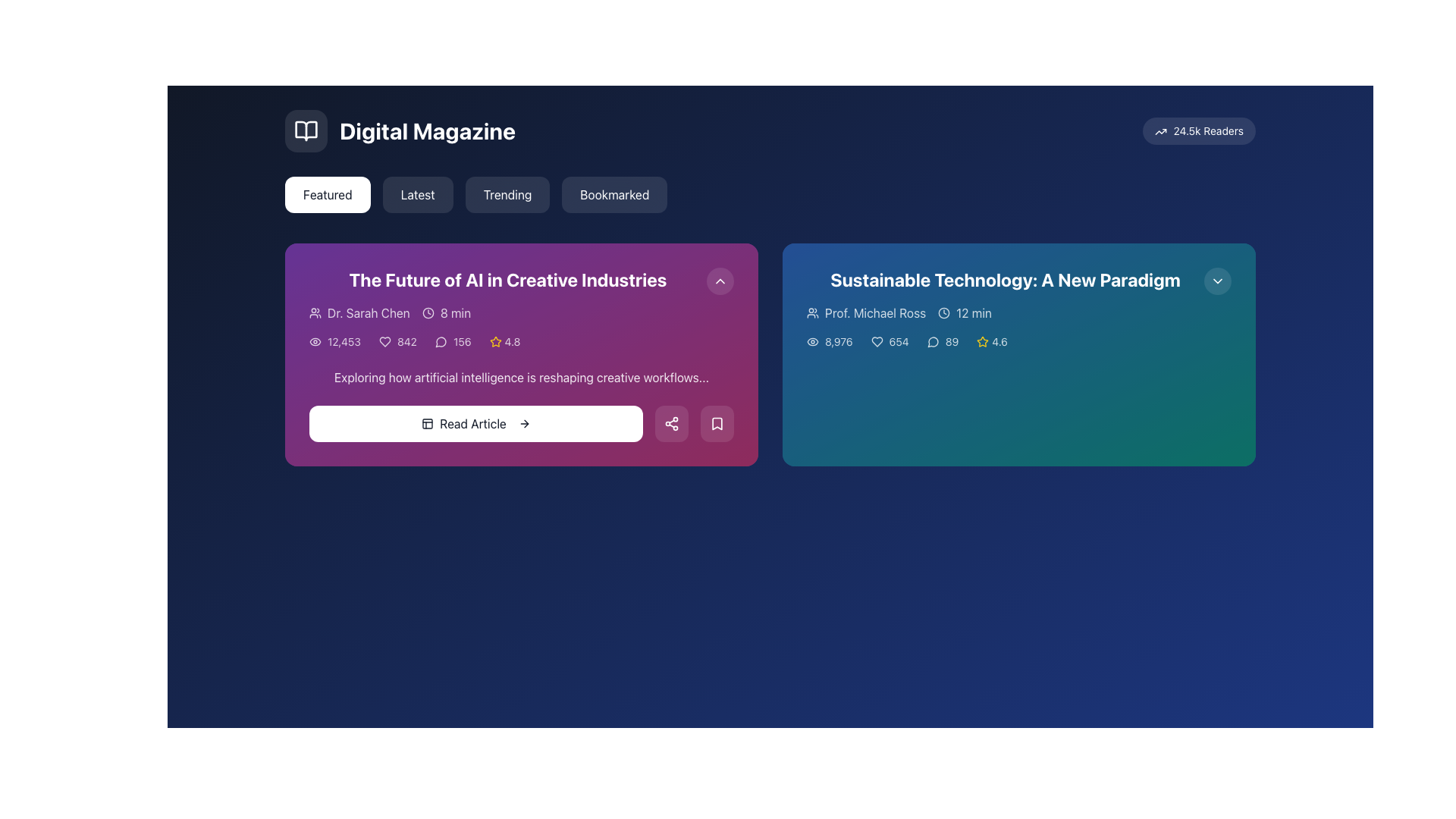  I want to click on the author's name text label within the blue-green card titled 'Sustainable Technology: A New Paradigm' if it is a link, so click(866, 312).